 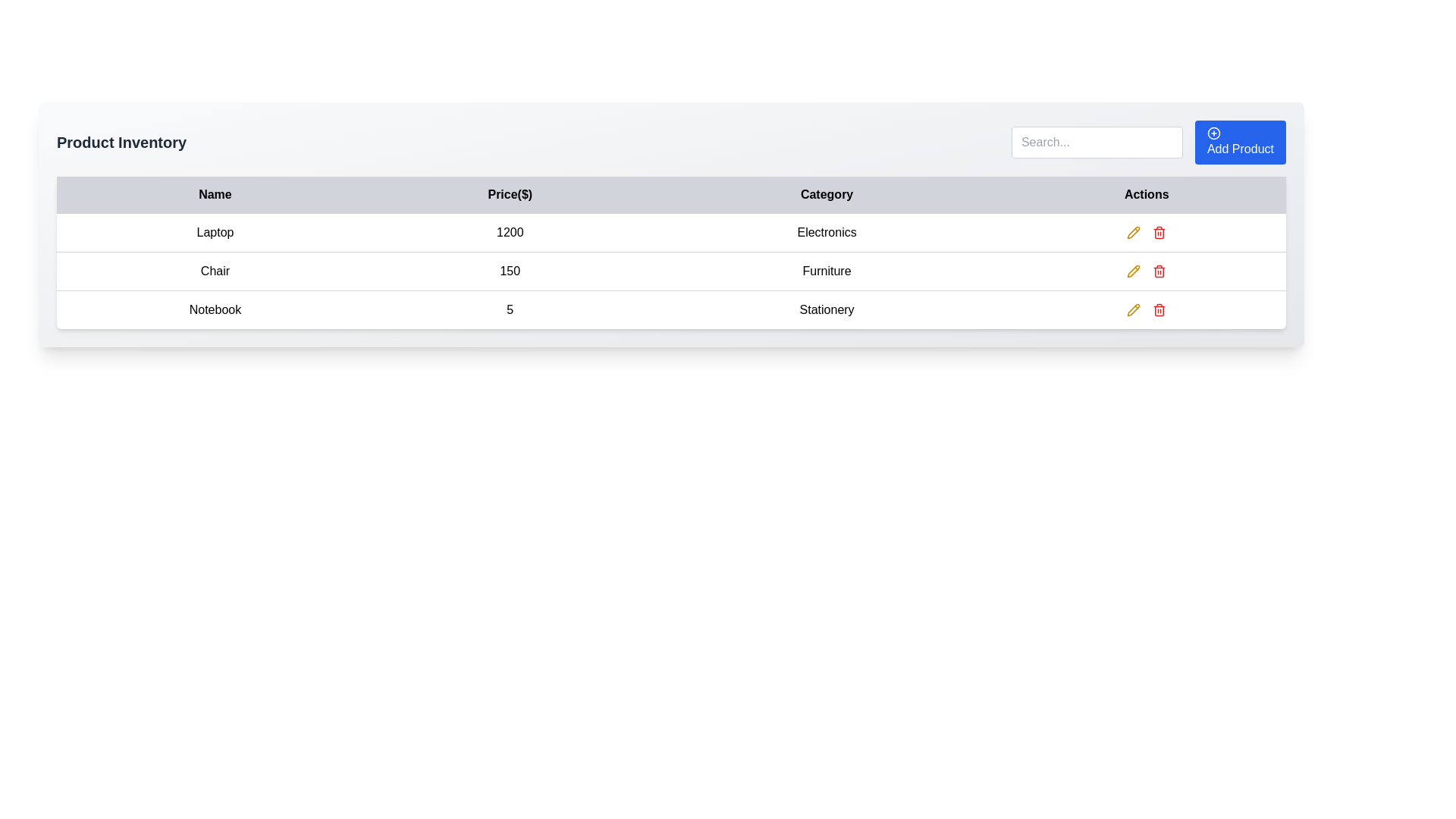 I want to click on the text element displaying '5' in black font, located in the 'Price($)' column of the table for the item 'Notebook', so click(x=510, y=309).